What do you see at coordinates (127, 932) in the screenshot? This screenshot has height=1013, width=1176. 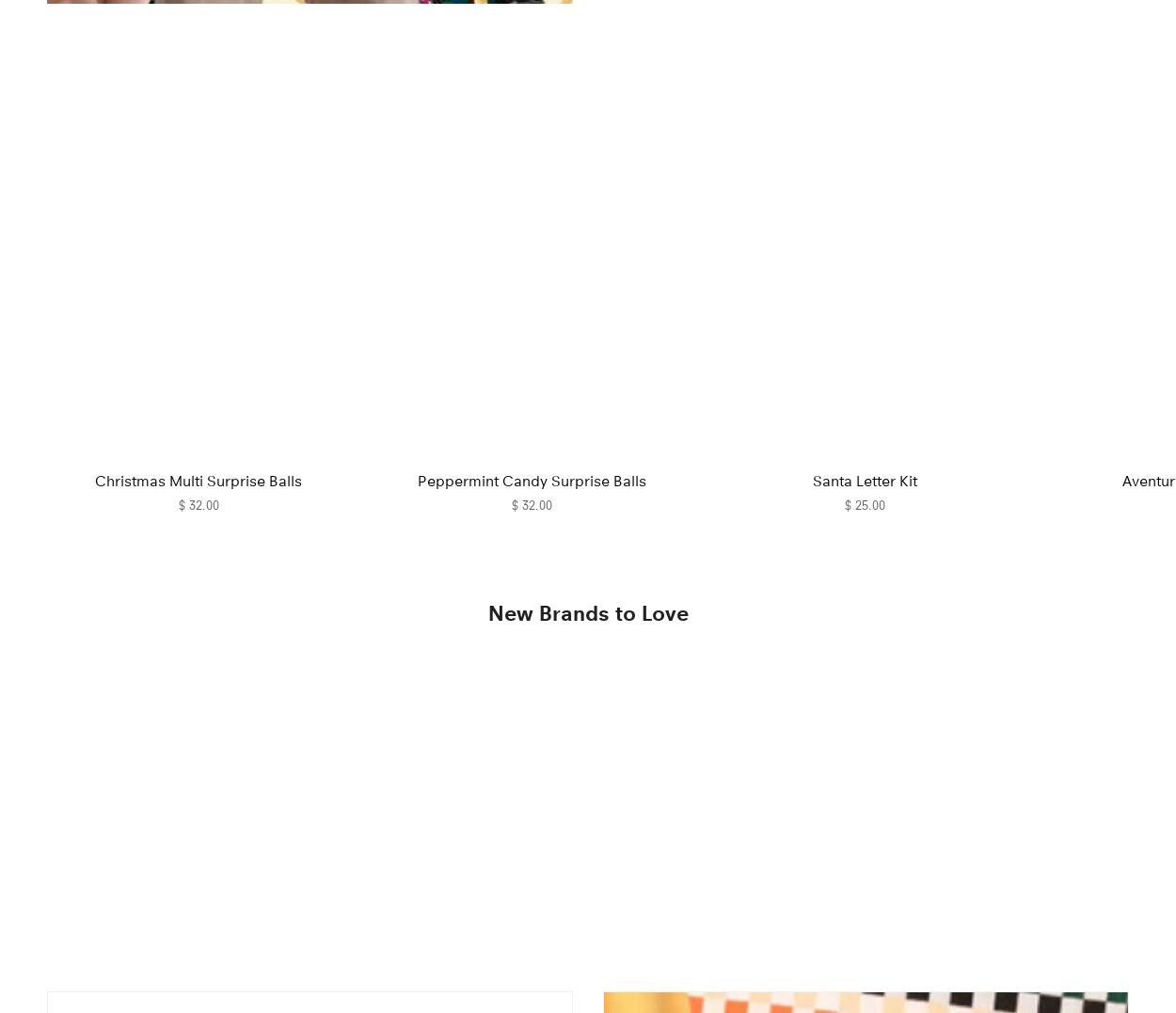 I see `'Wilkin & May'` at bounding box center [127, 932].